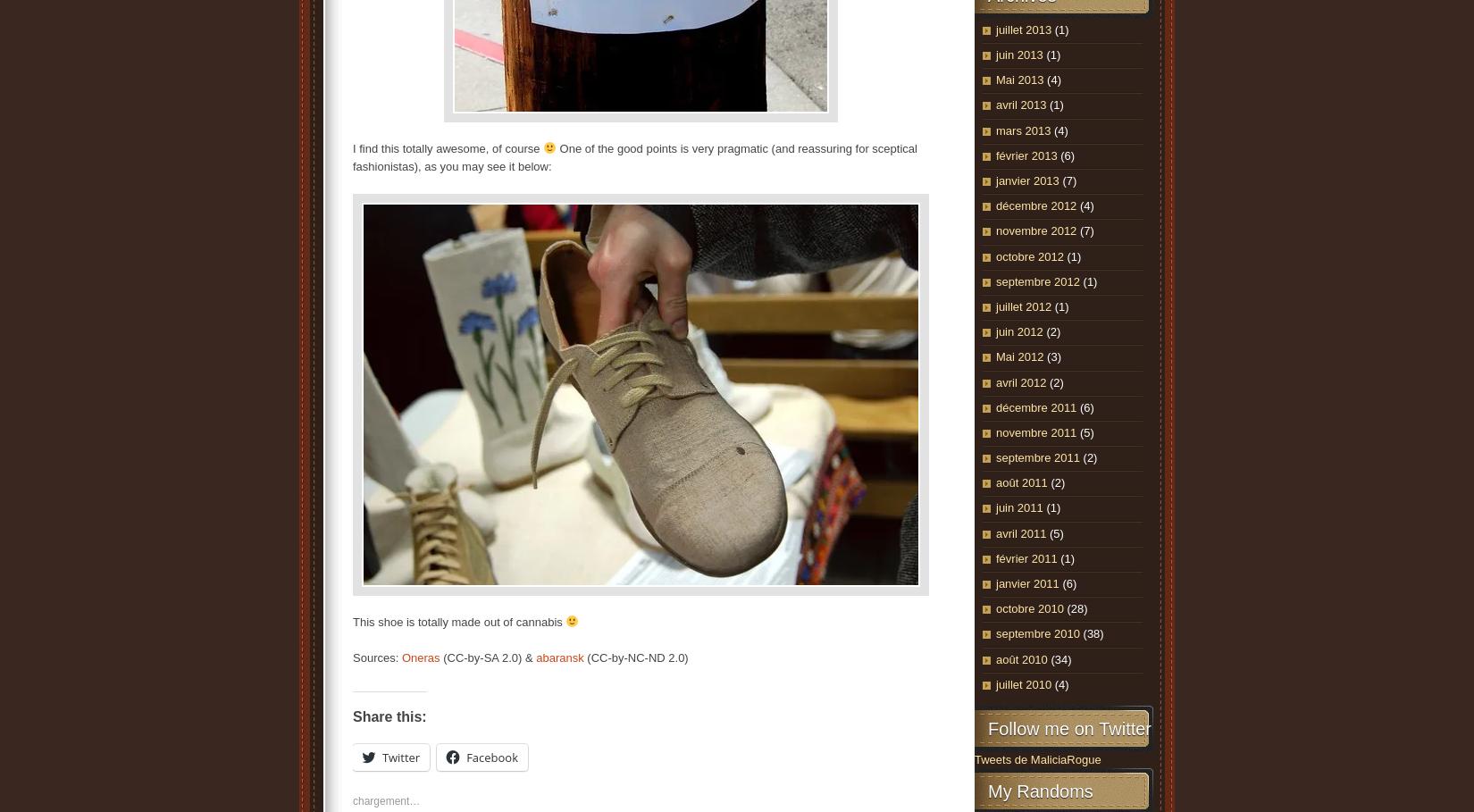 Image resolution: width=1474 pixels, height=812 pixels. What do you see at coordinates (1037, 456) in the screenshot?
I see `'septembre 2011'` at bounding box center [1037, 456].